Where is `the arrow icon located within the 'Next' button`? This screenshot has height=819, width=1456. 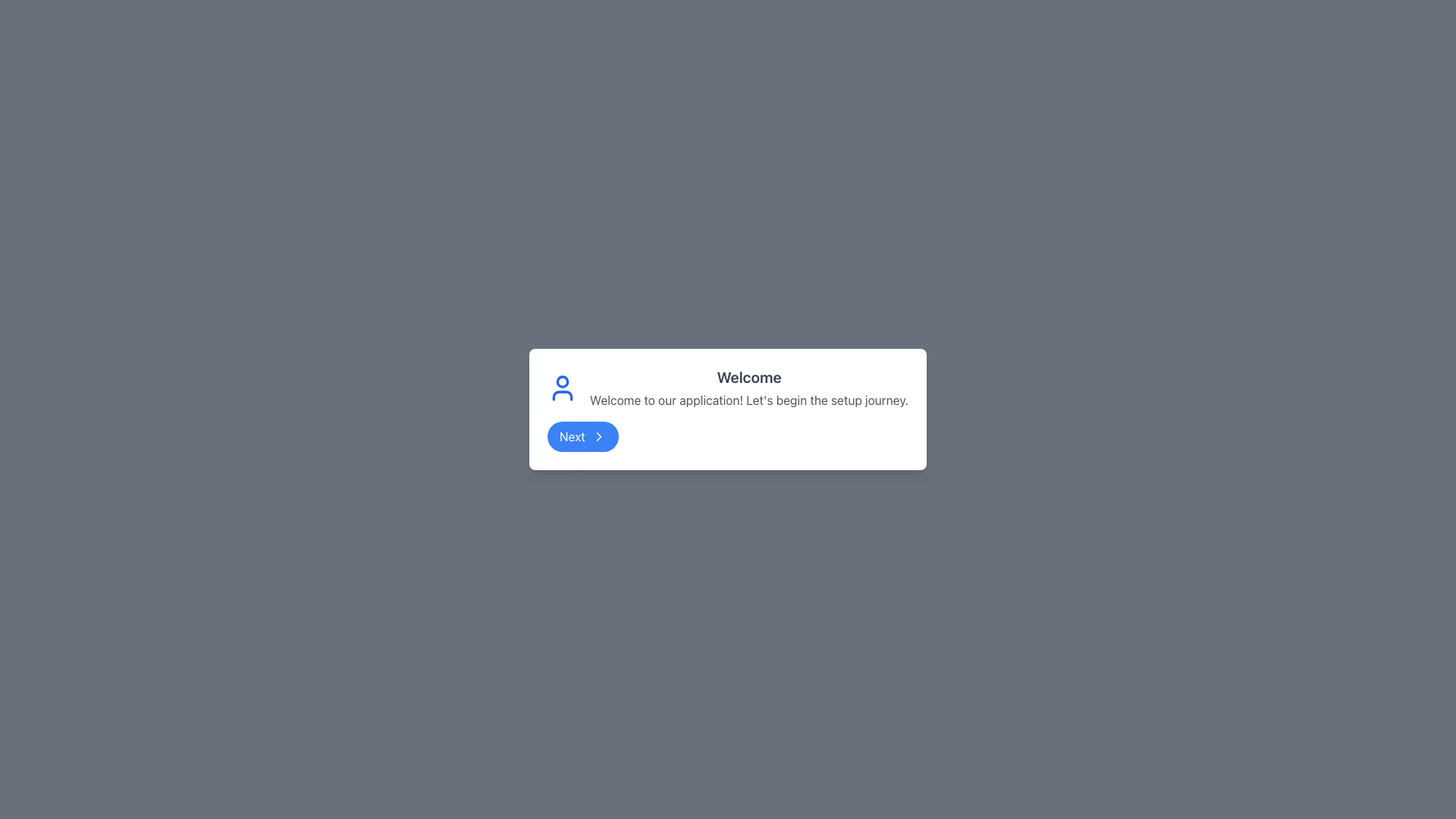
the arrow icon located within the 'Next' button is located at coordinates (598, 436).